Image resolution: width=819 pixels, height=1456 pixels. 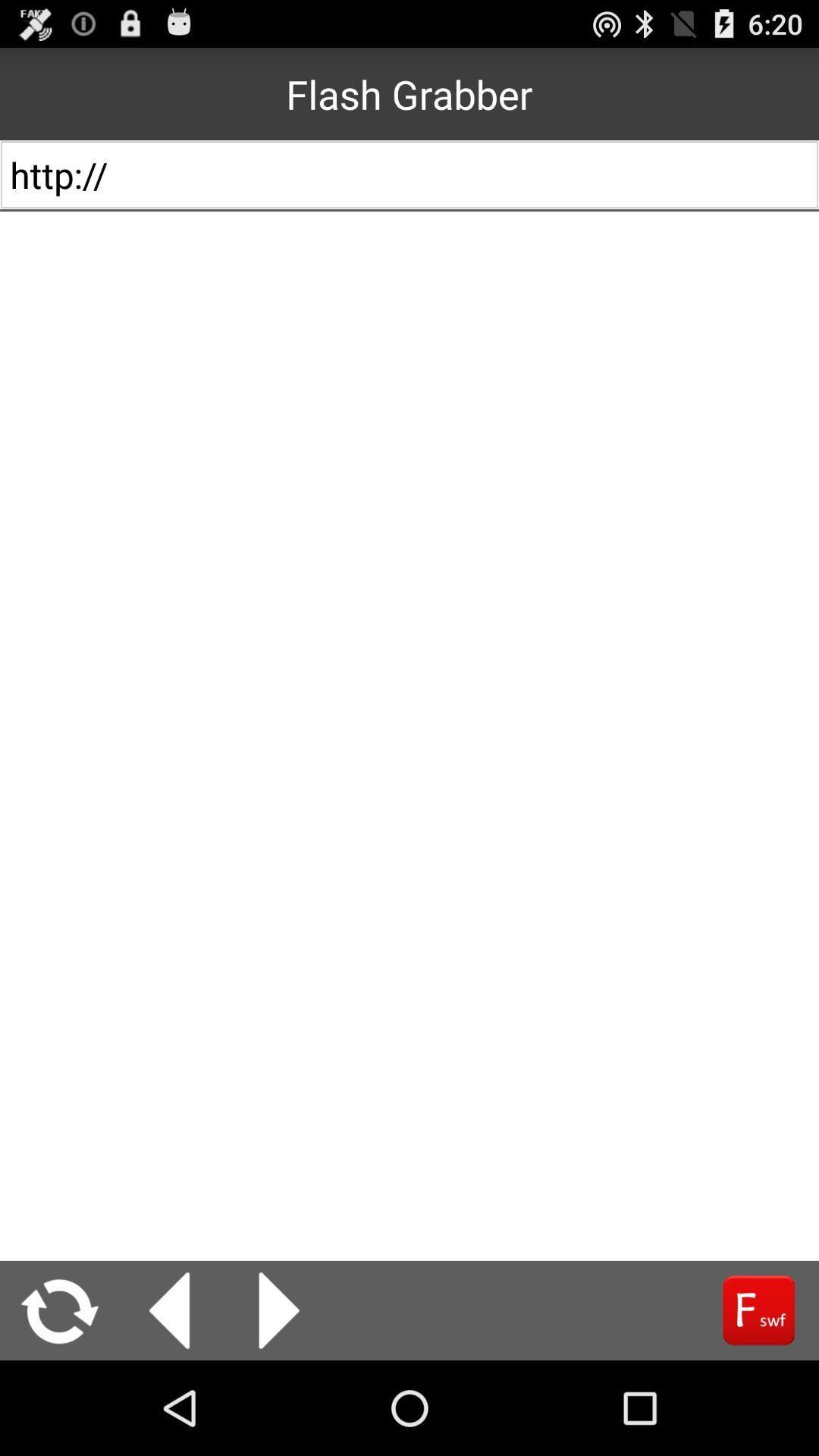 I want to click on go next, so click(x=279, y=1310).